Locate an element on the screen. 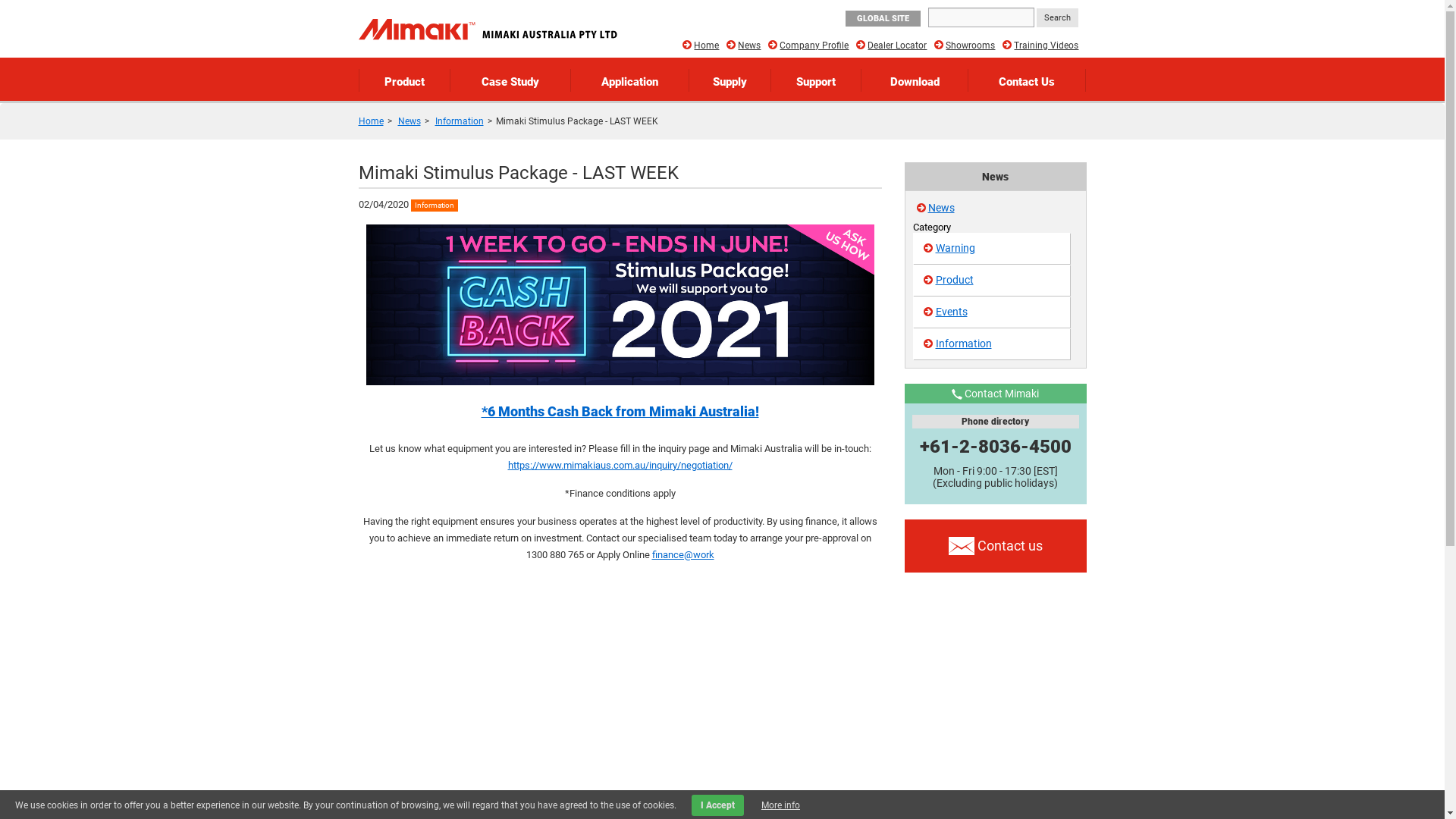  '*6 Months Cash Back from Mimaki Australia!' is located at coordinates (619, 411).